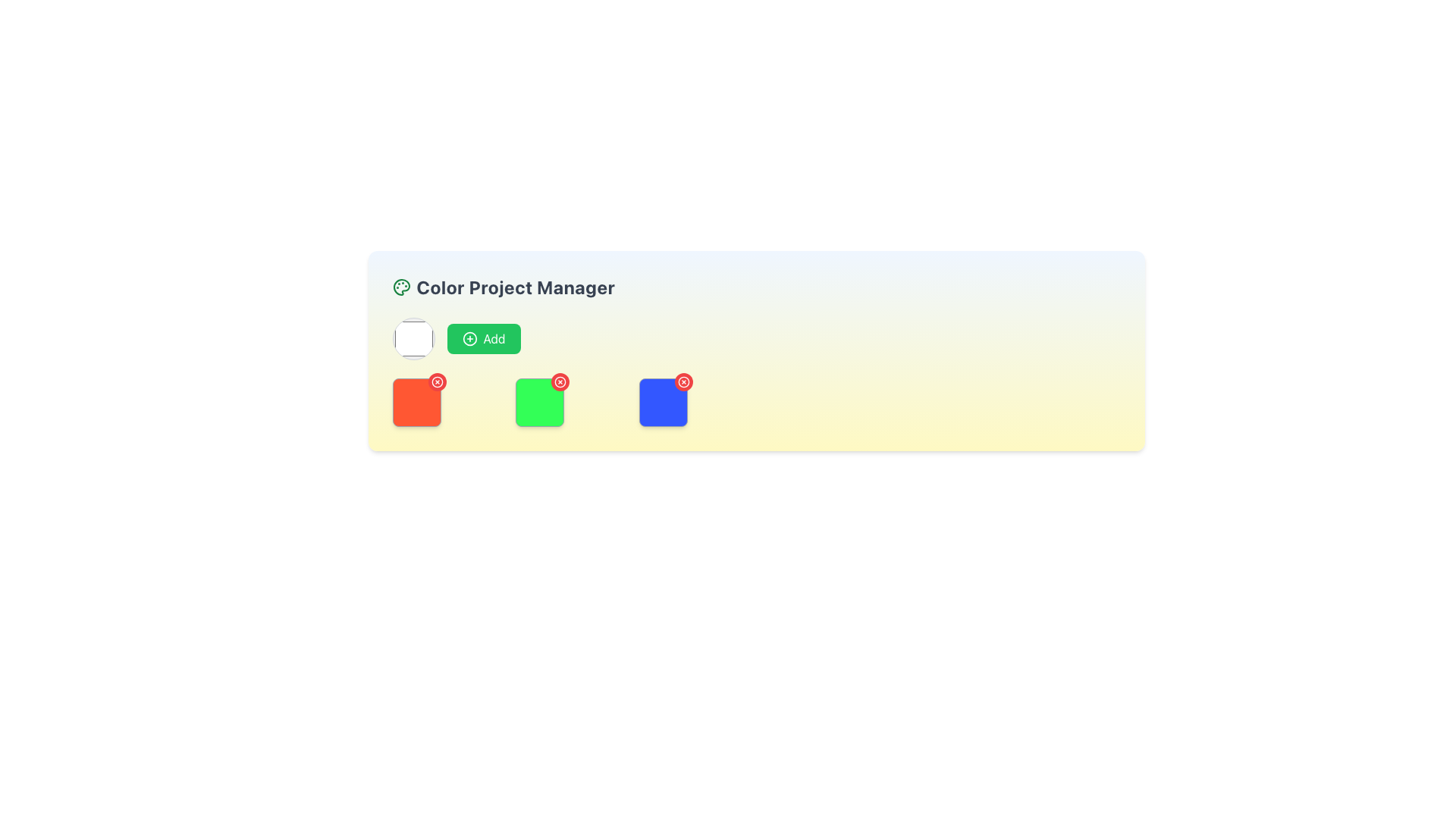 This screenshot has height=819, width=1456. Describe the element at coordinates (436, 381) in the screenshot. I see `the close button located at the top-right corner of the red square box` at that location.